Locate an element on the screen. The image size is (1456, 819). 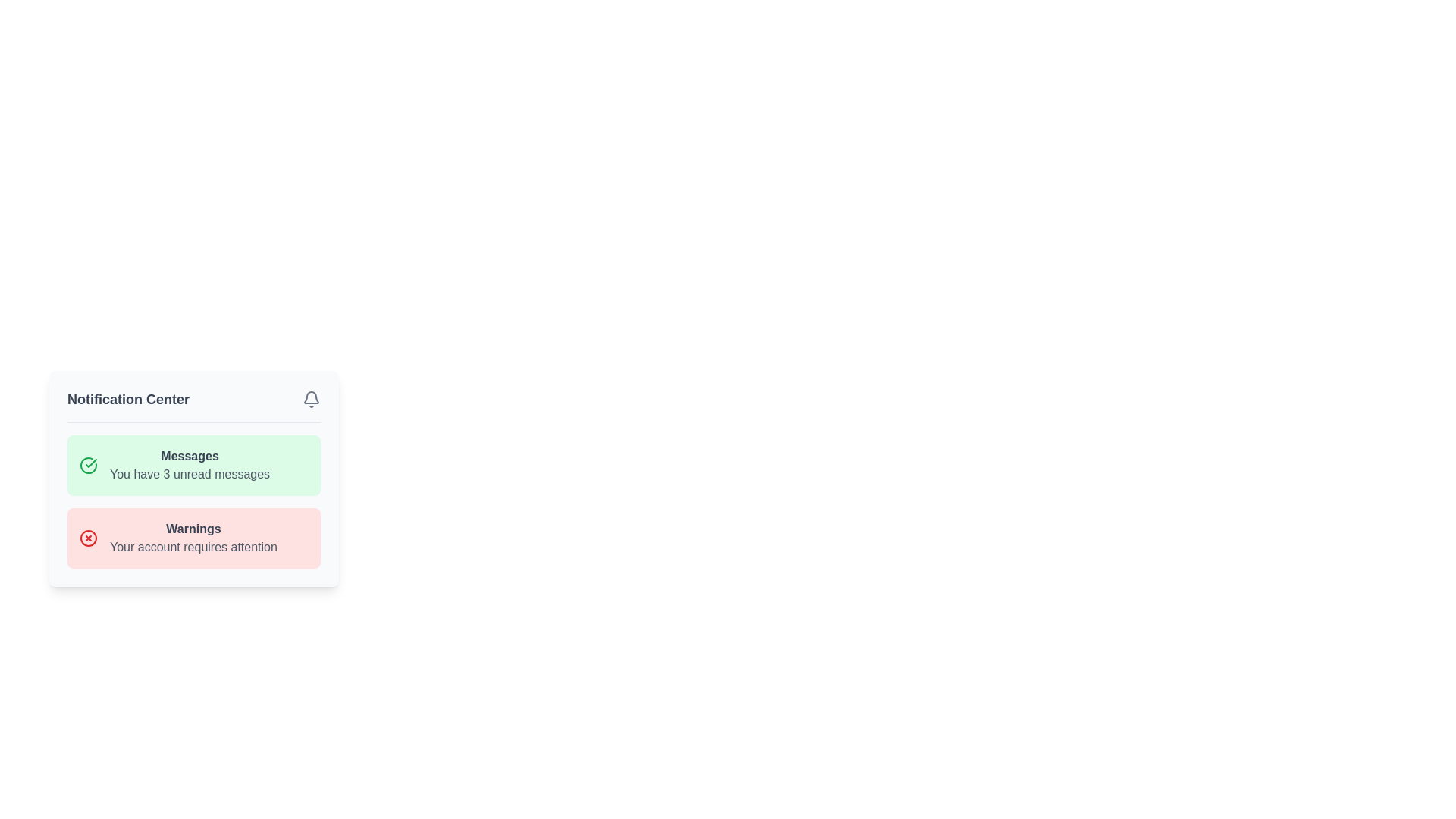
the first Notification Card in the Notification Center, which summarizes unread messages and is highlighted with a green color scheme is located at coordinates (193, 479).